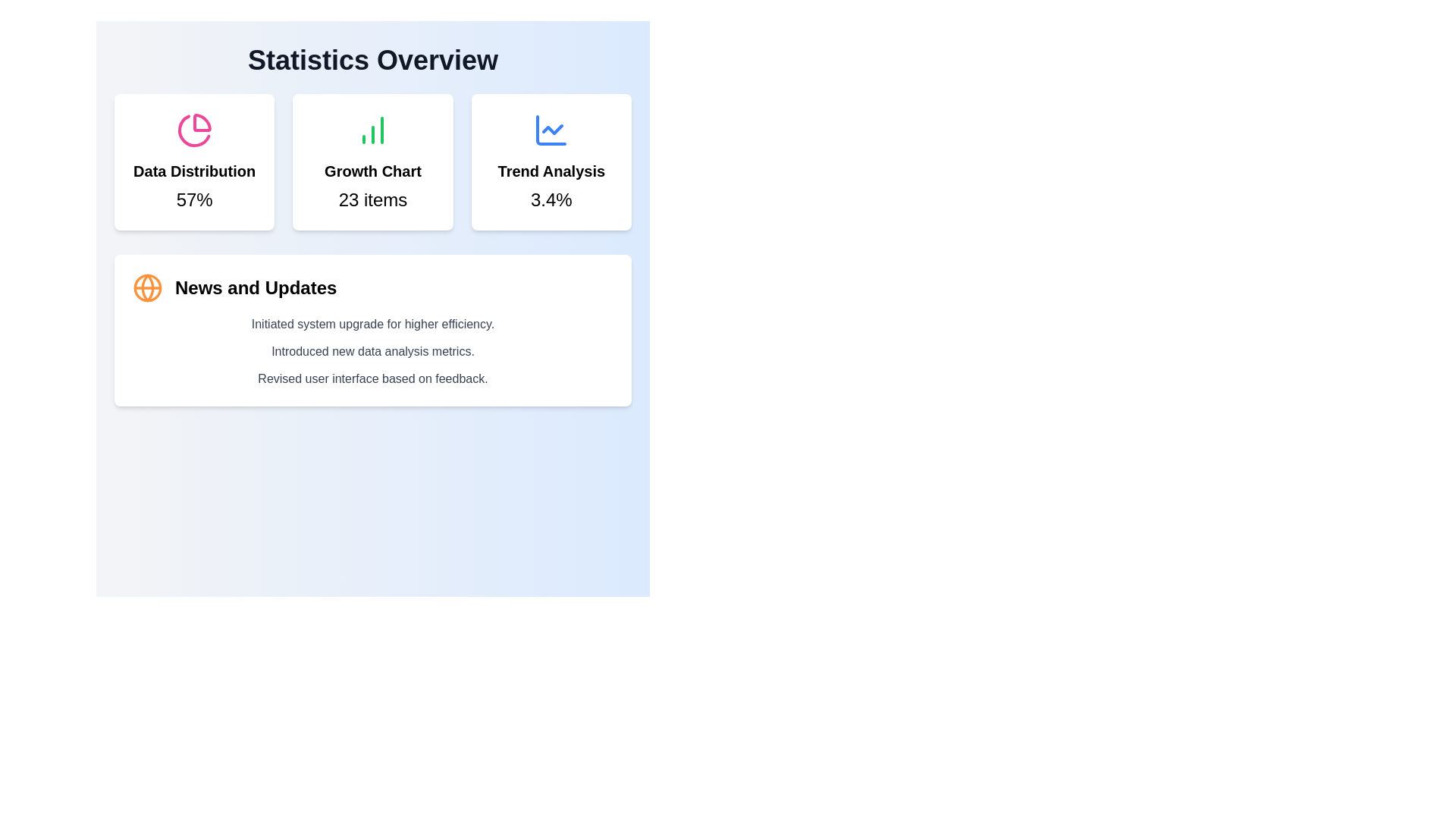 Image resolution: width=1456 pixels, height=819 pixels. What do you see at coordinates (372, 162) in the screenshot?
I see `information displayed on the informational card titled 'Growth Chart', which is the middle card in a row of three cards, featuring a green bar chart icon and the text '23 items'` at bounding box center [372, 162].